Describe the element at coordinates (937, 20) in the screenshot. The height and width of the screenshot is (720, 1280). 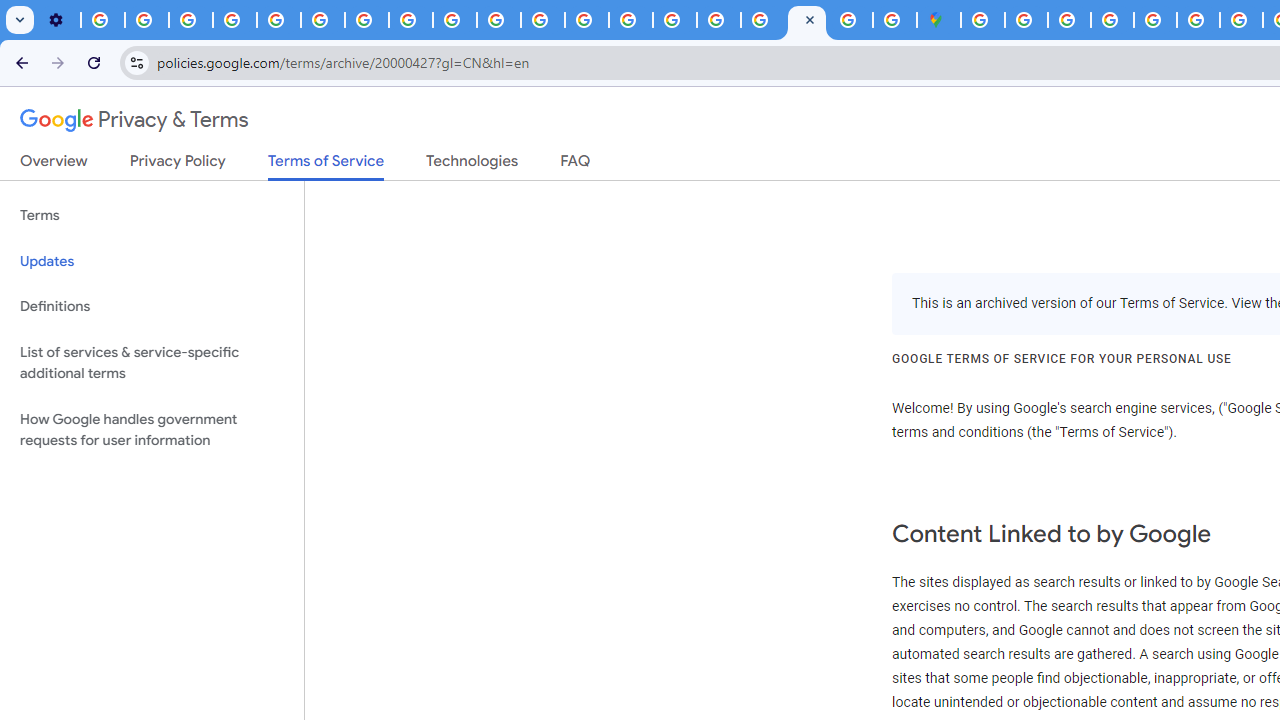
I see `'Google Maps'` at that location.